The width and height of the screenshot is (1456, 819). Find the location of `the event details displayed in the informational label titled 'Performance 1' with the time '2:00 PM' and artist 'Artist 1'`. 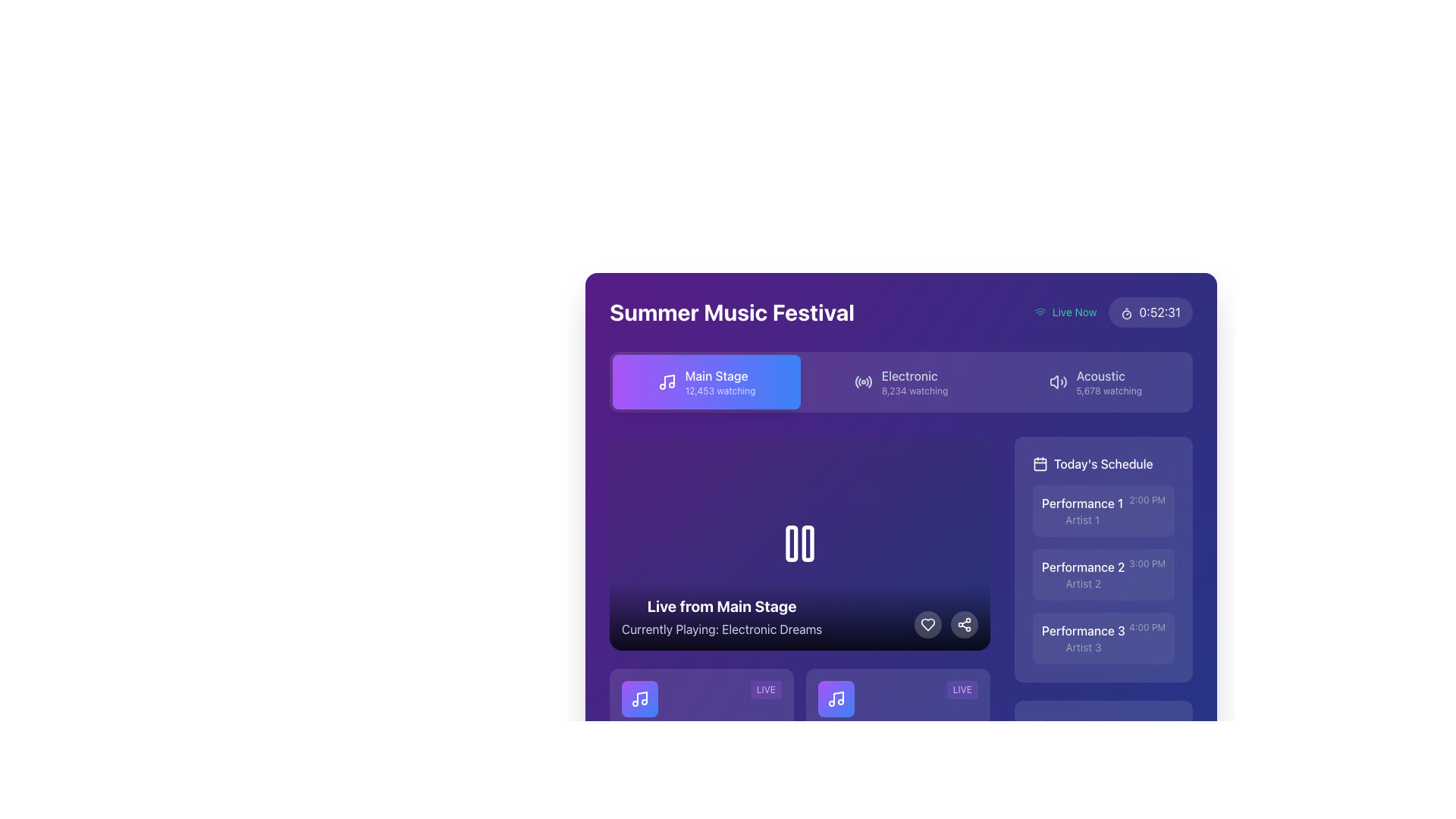

the event details displayed in the informational label titled 'Performance 1' with the time '2:00 PM' and artist 'Artist 1' is located at coordinates (1103, 511).